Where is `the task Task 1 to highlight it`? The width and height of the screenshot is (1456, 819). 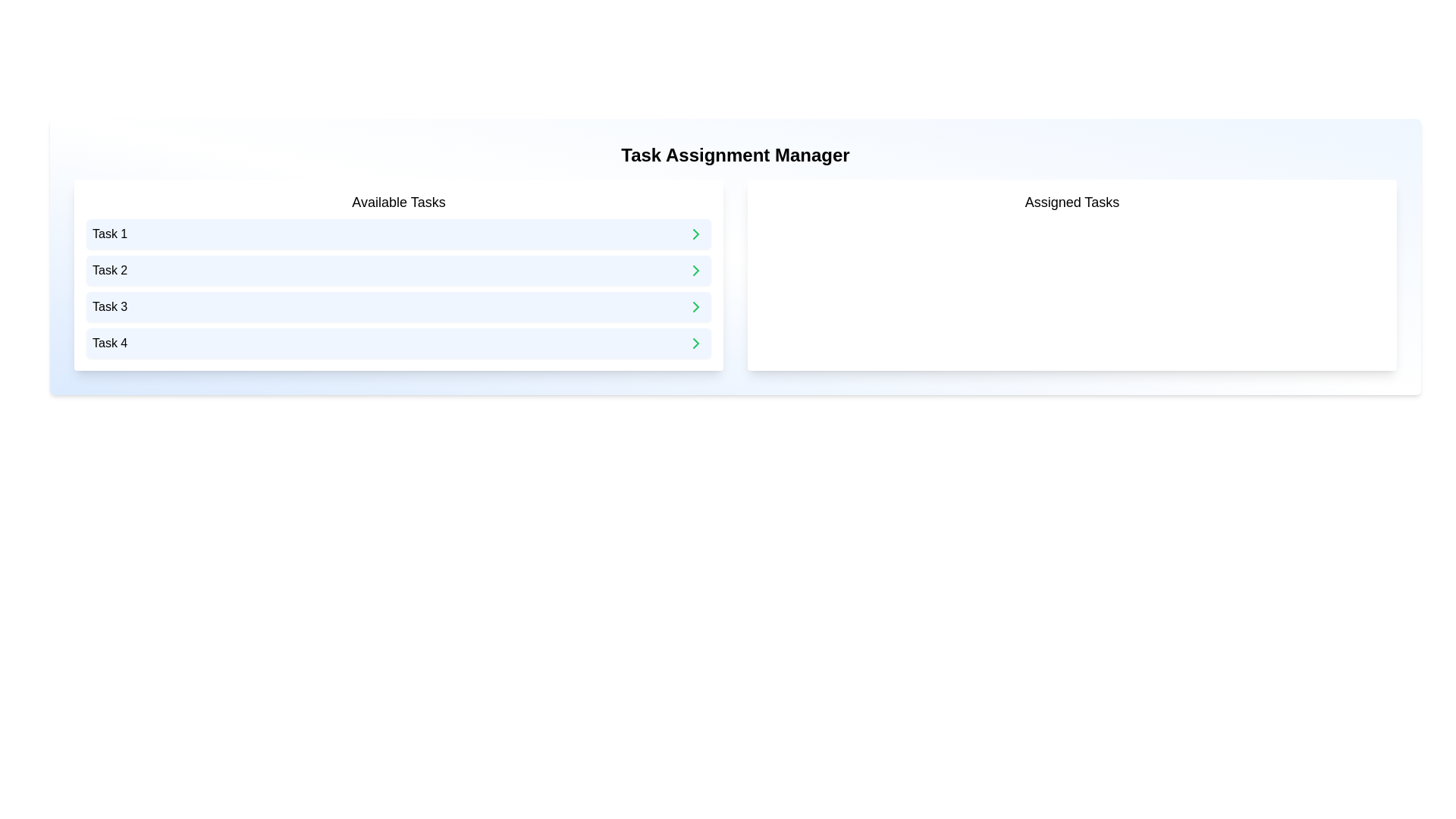 the task Task 1 to highlight it is located at coordinates (399, 234).